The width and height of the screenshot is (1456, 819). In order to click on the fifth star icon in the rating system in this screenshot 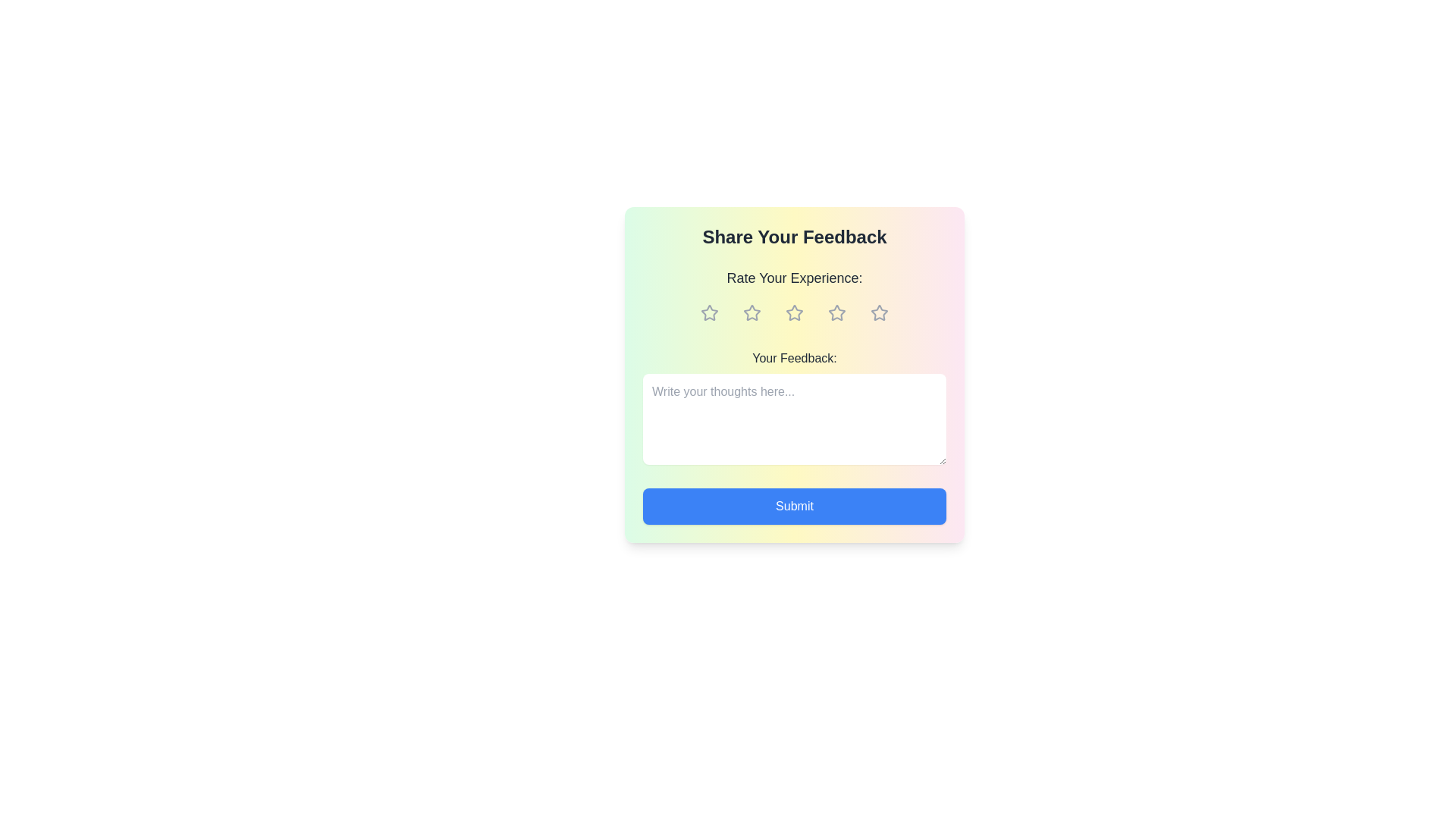, I will do `click(880, 312)`.